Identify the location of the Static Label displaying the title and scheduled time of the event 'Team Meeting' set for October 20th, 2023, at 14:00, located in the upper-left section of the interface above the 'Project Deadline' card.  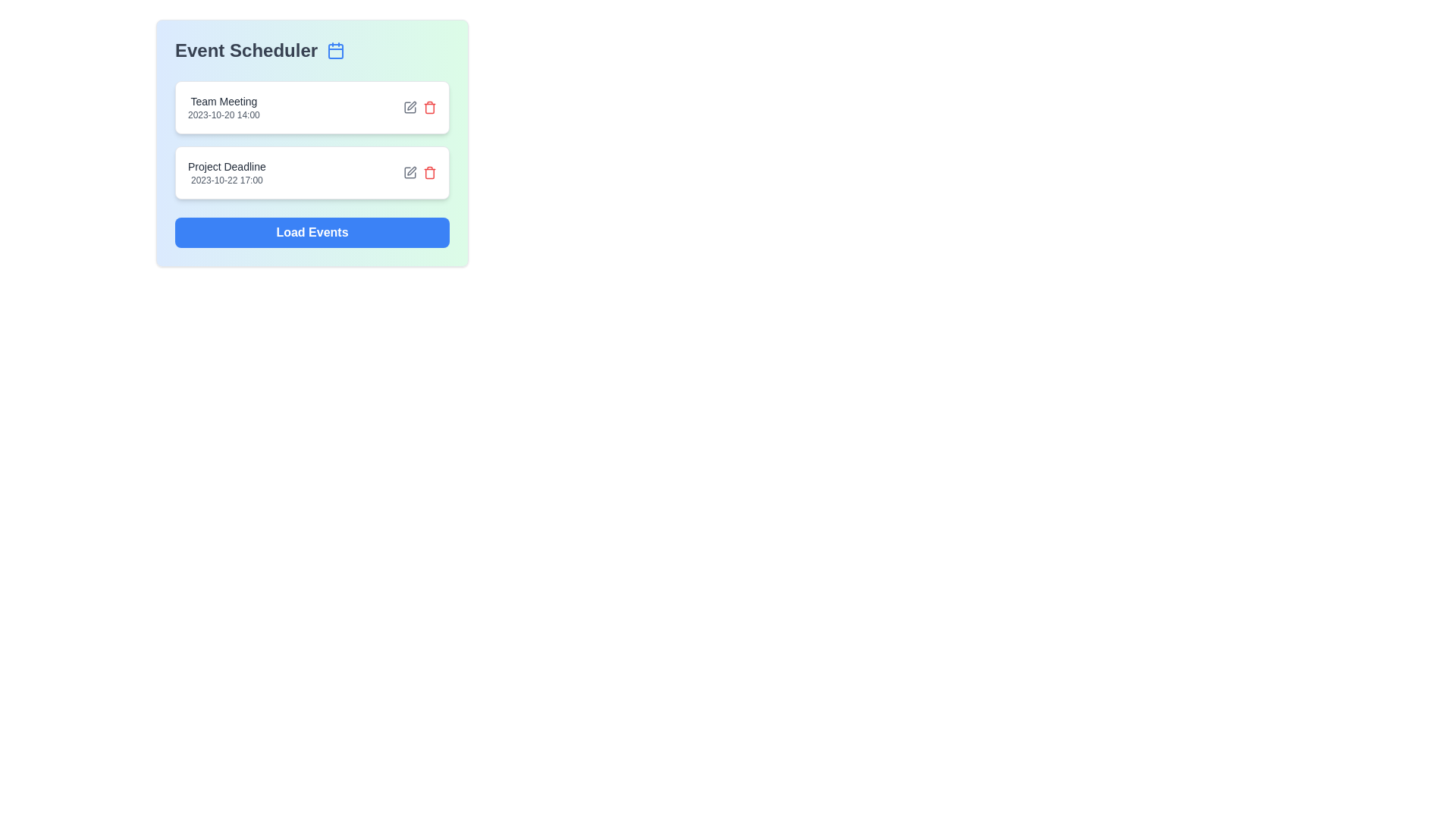
(223, 107).